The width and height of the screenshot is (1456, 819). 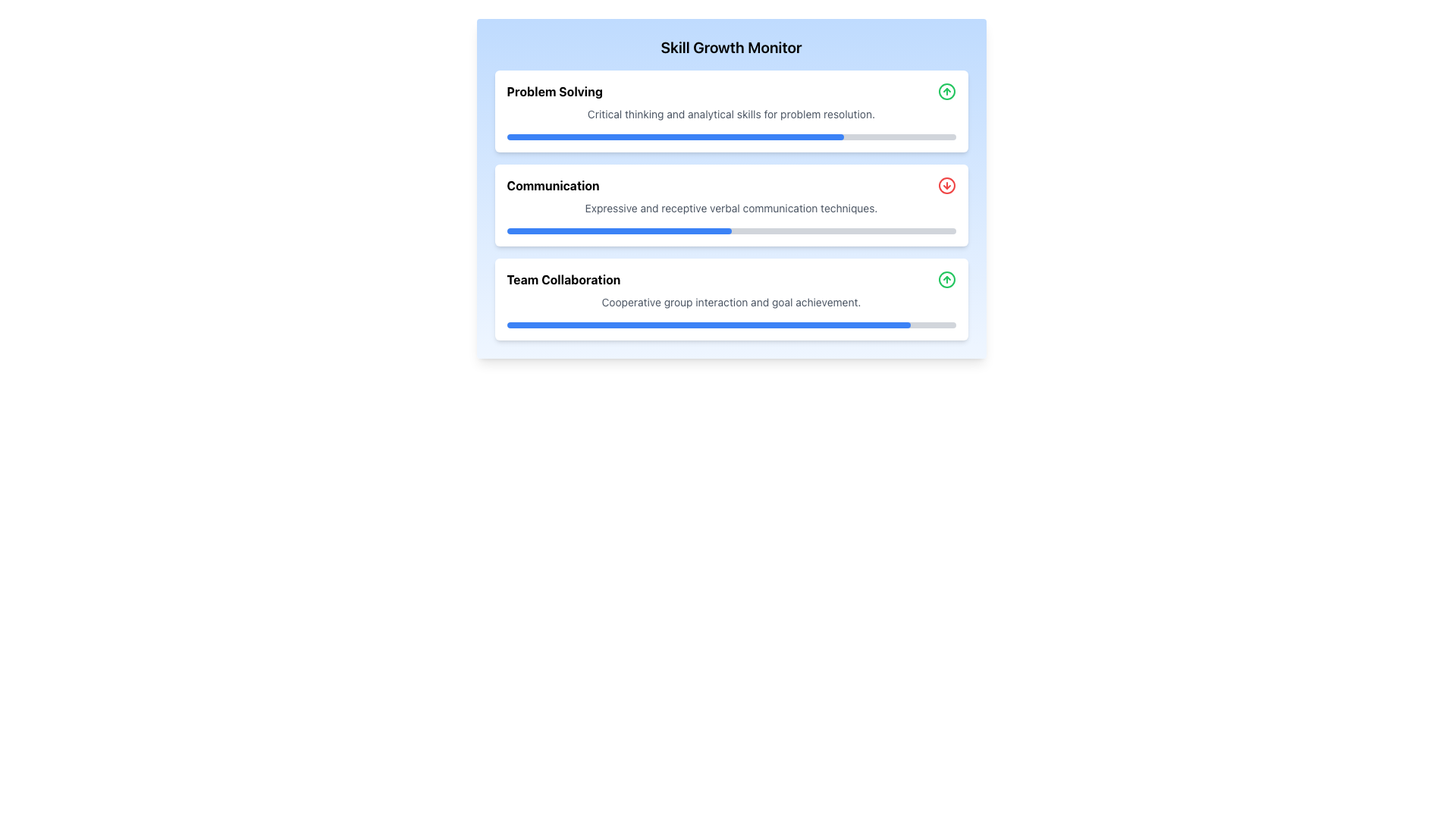 What do you see at coordinates (946, 185) in the screenshot?
I see `the red circular icon with a downward-pointing arrow located next to the 'Communication' label to interact with it` at bounding box center [946, 185].